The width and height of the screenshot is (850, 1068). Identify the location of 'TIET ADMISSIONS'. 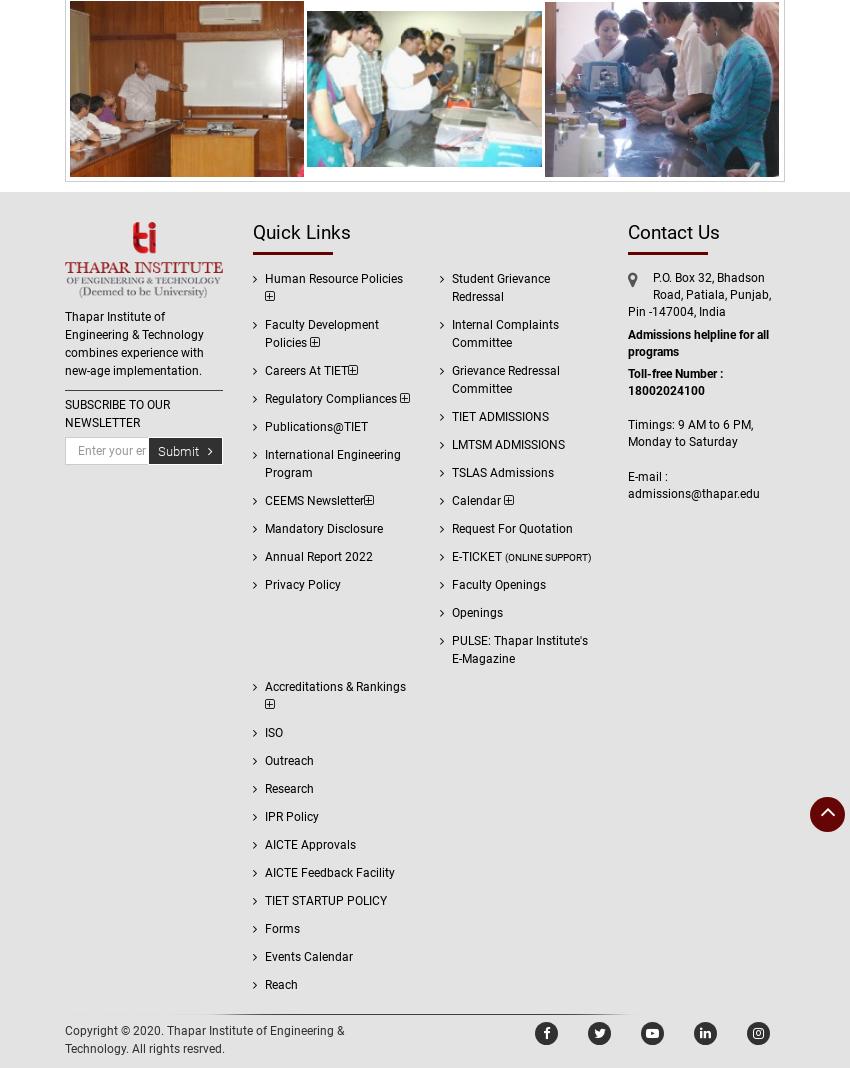
(500, 416).